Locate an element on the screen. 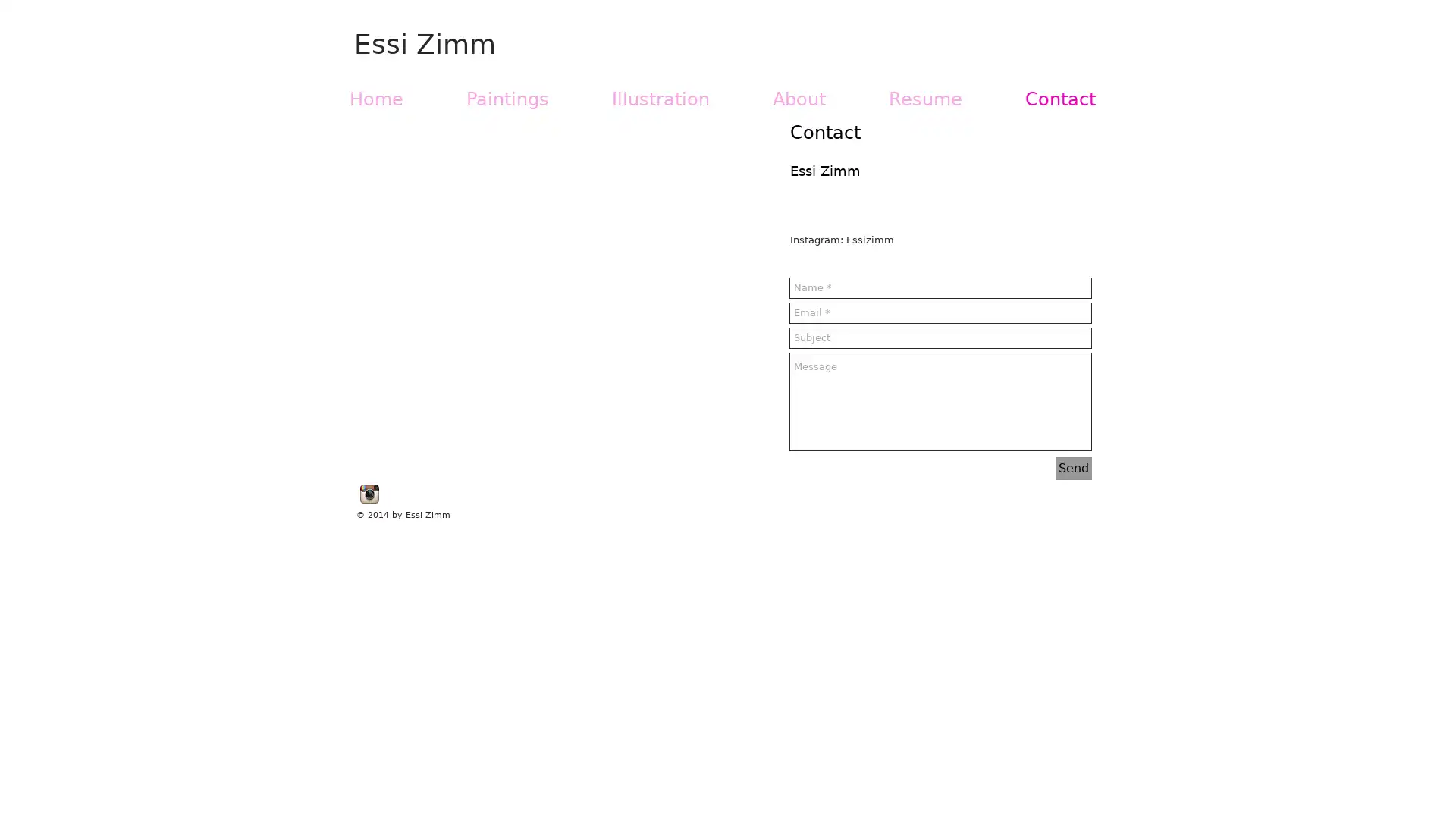 The width and height of the screenshot is (1456, 819). Send is located at coordinates (1073, 467).